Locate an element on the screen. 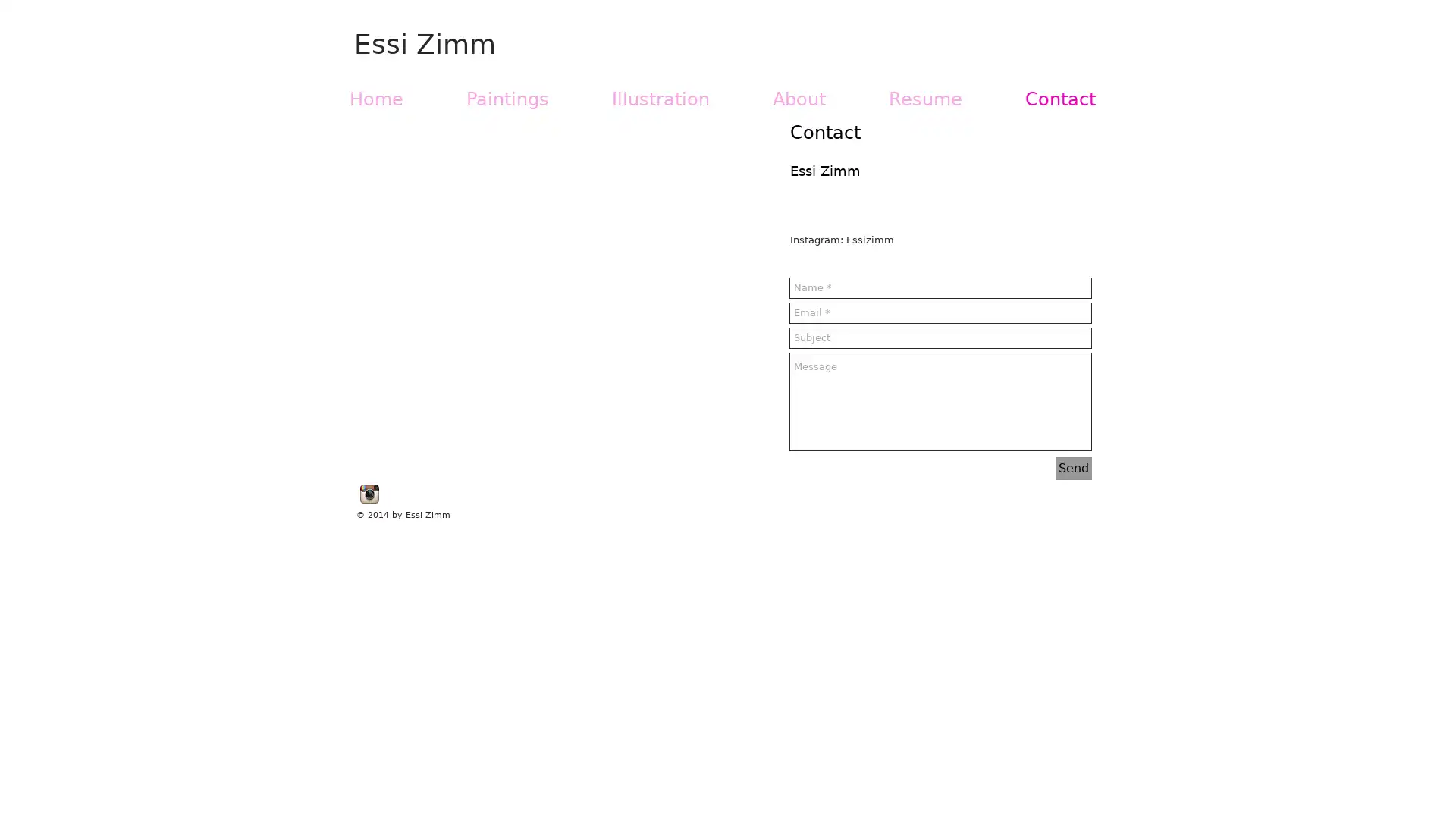 The width and height of the screenshot is (1456, 819). Send is located at coordinates (1073, 467).